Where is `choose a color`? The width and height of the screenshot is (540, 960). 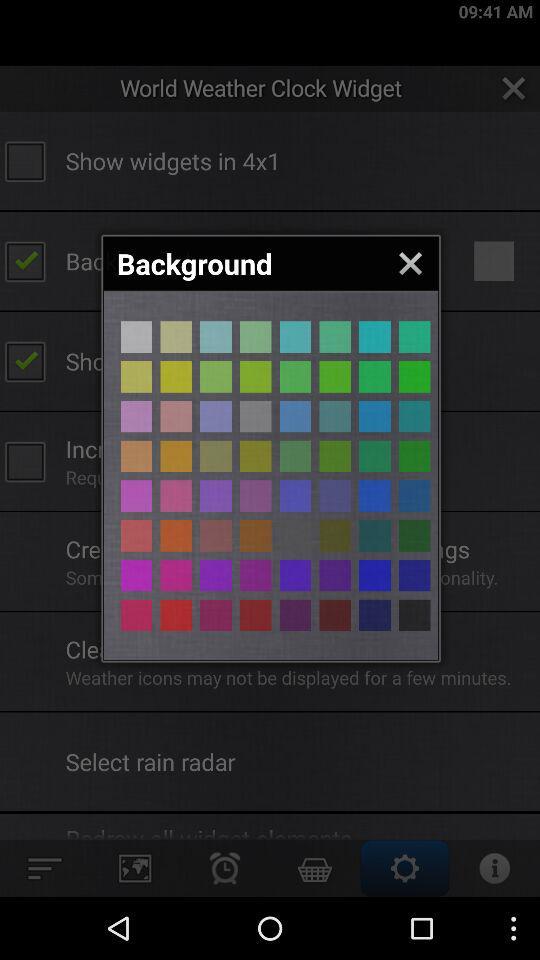 choose a color is located at coordinates (294, 575).